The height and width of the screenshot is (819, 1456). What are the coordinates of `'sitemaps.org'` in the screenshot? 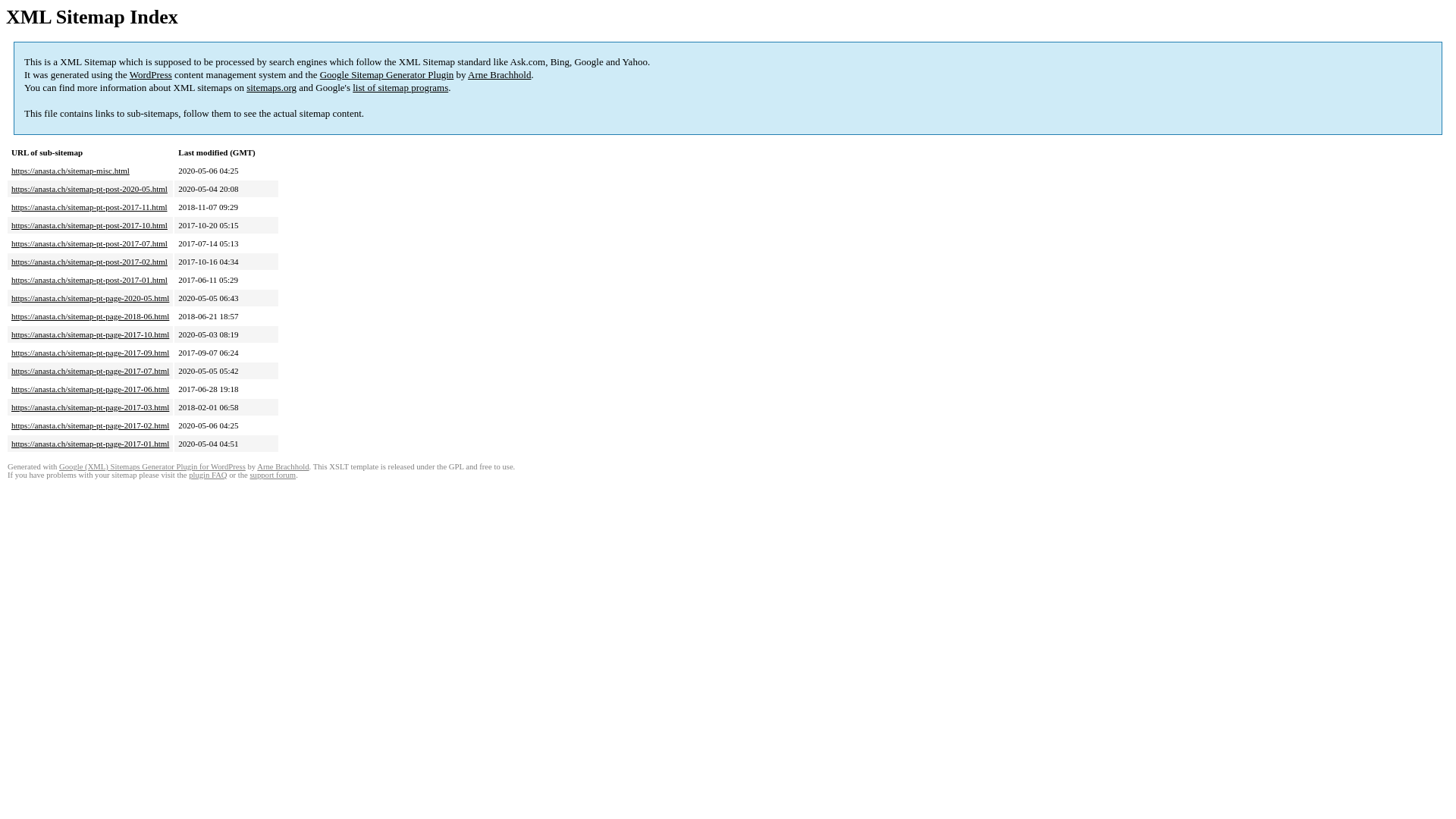 It's located at (246, 87).